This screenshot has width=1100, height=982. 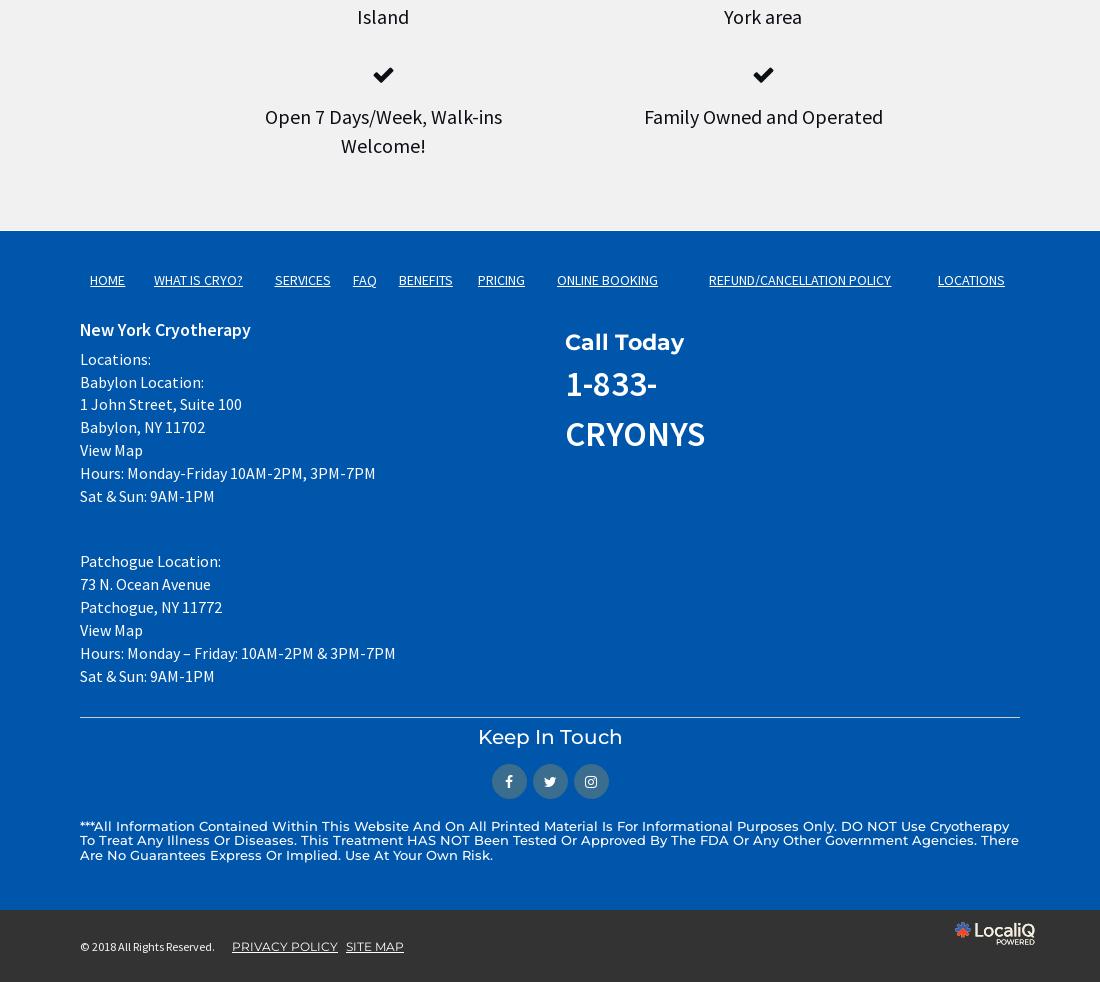 I want to click on 'Patchogue Location:', so click(x=149, y=560).